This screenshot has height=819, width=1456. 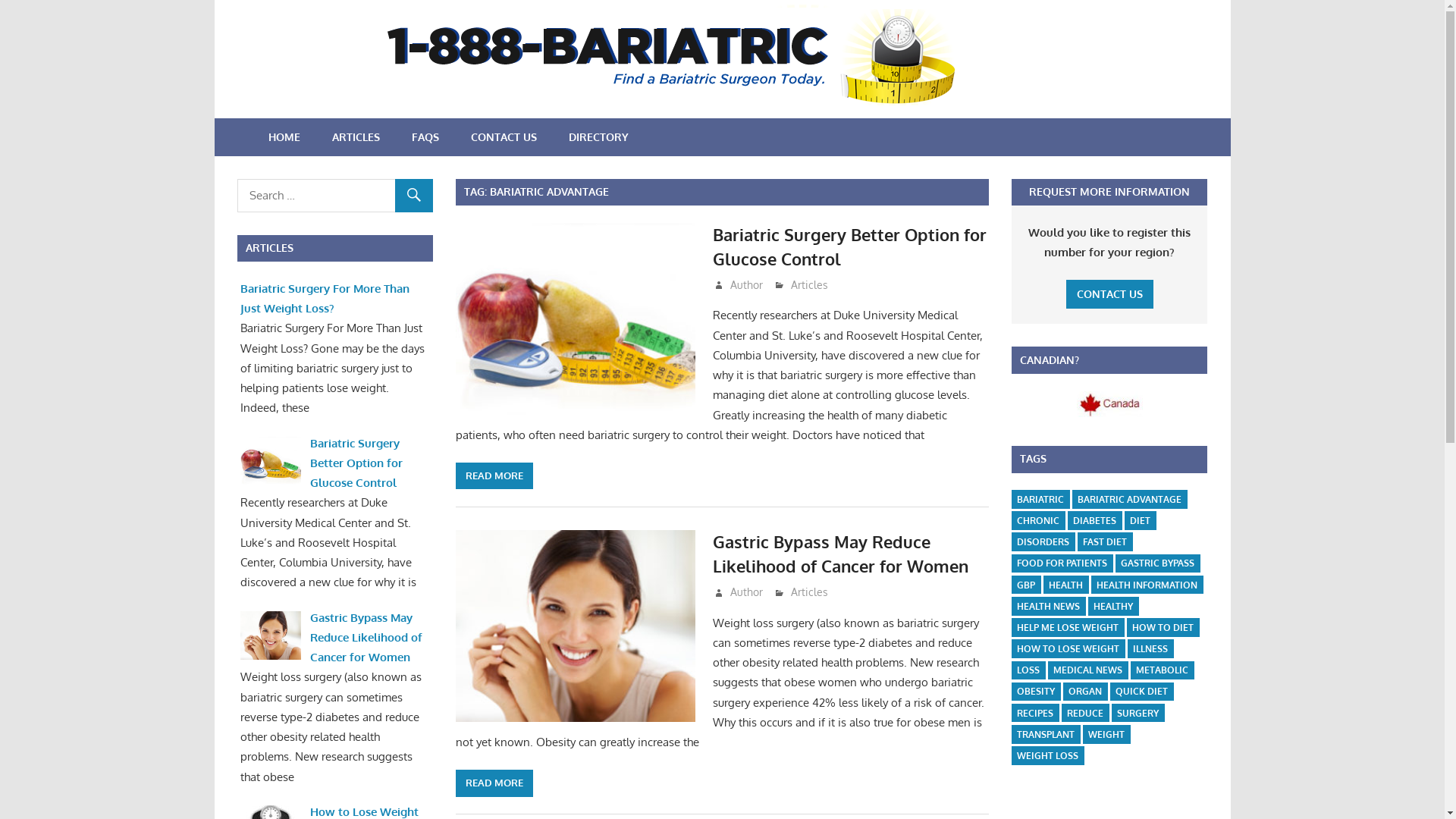 What do you see at coordinates (239, 298) in the screenshot?
I see `'Bariatric Surgery For More Than Just Weight Loss?'` at bounding box center [239, 298].